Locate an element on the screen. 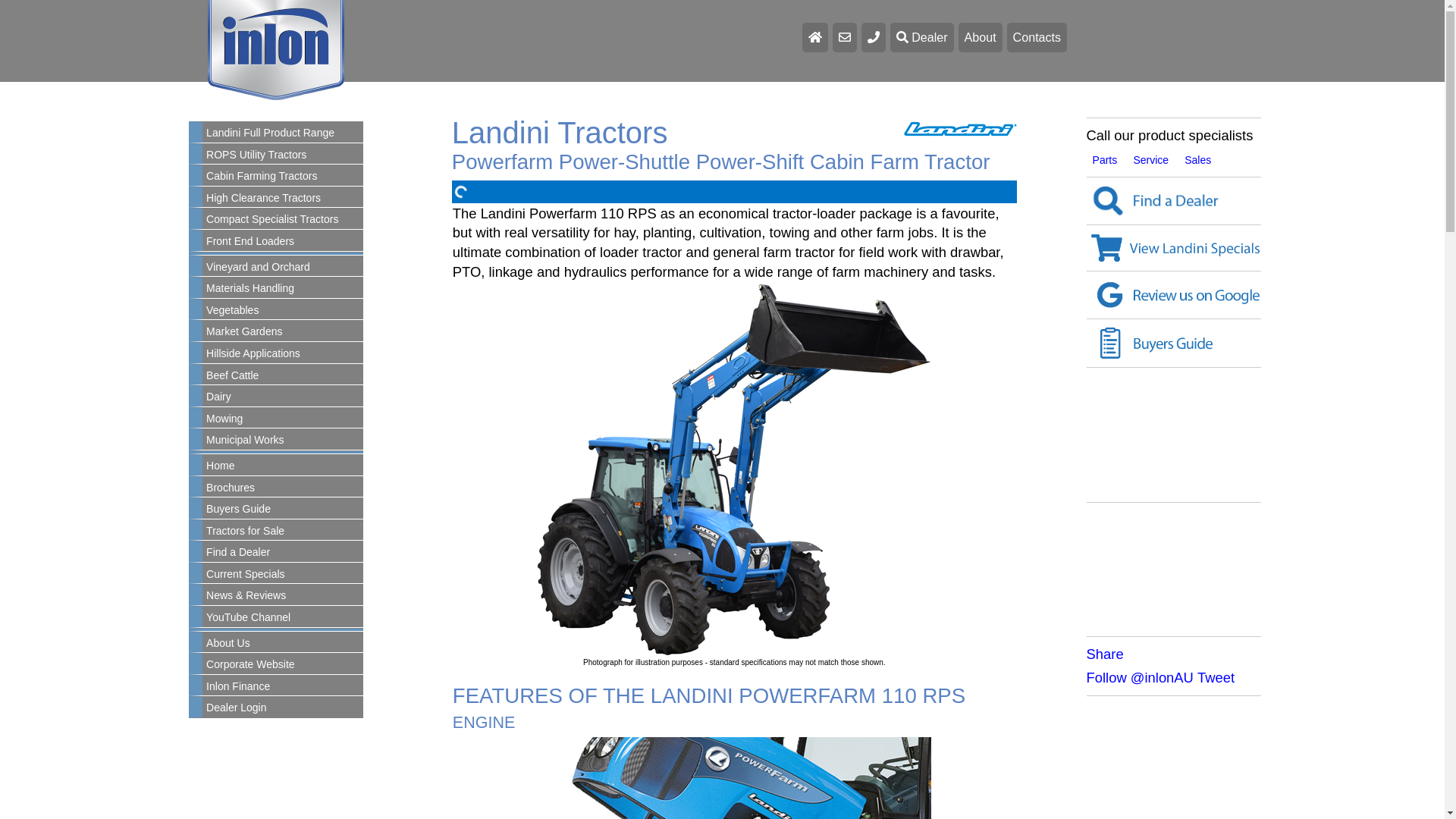 The width and height of the screenshot is (1456, 819). 'High Clearance Tractors' is located at coordinates (283, 198).